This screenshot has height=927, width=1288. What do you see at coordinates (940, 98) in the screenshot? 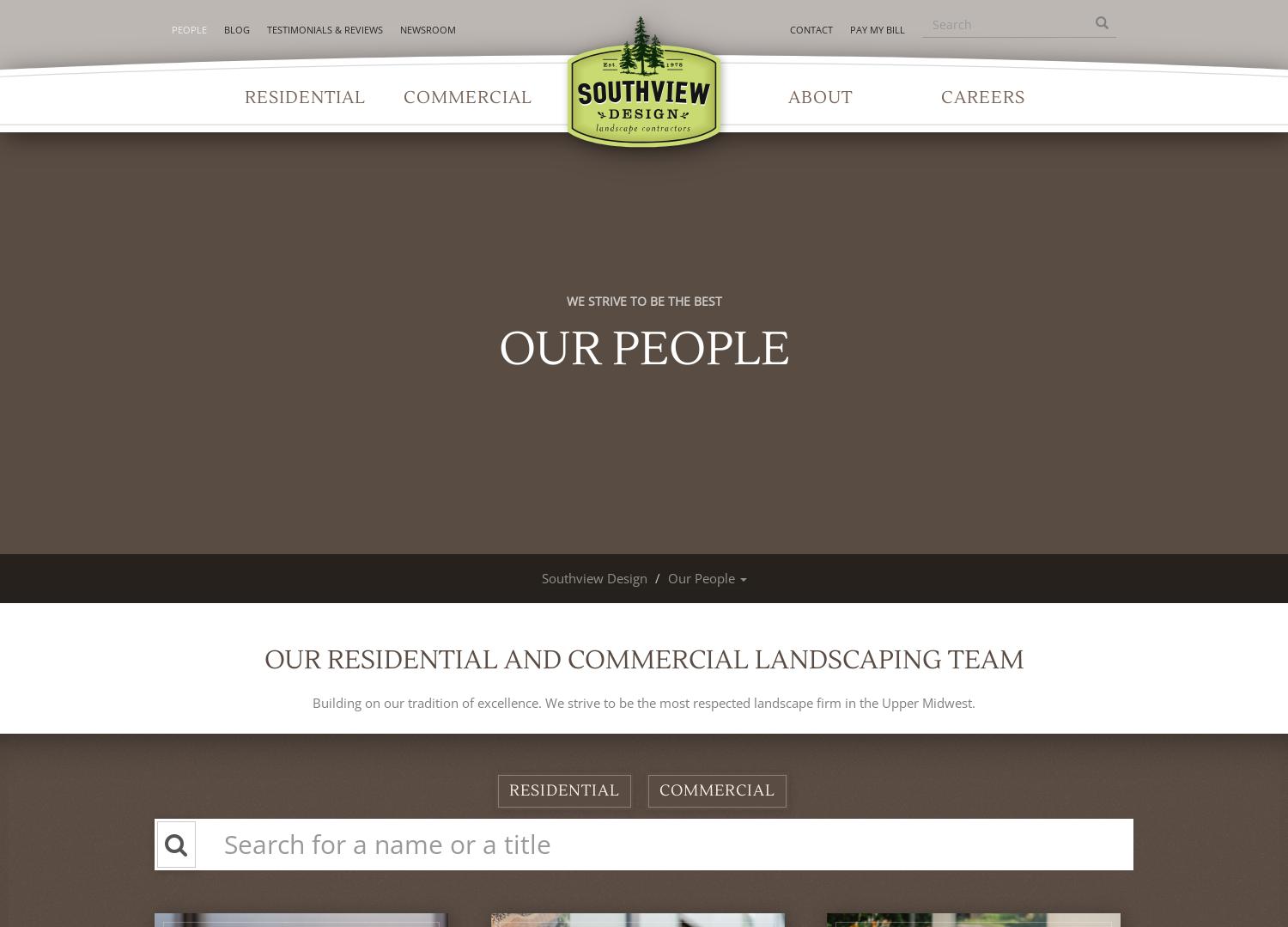
I see `'Careers'` at bounding box center [940, 98].